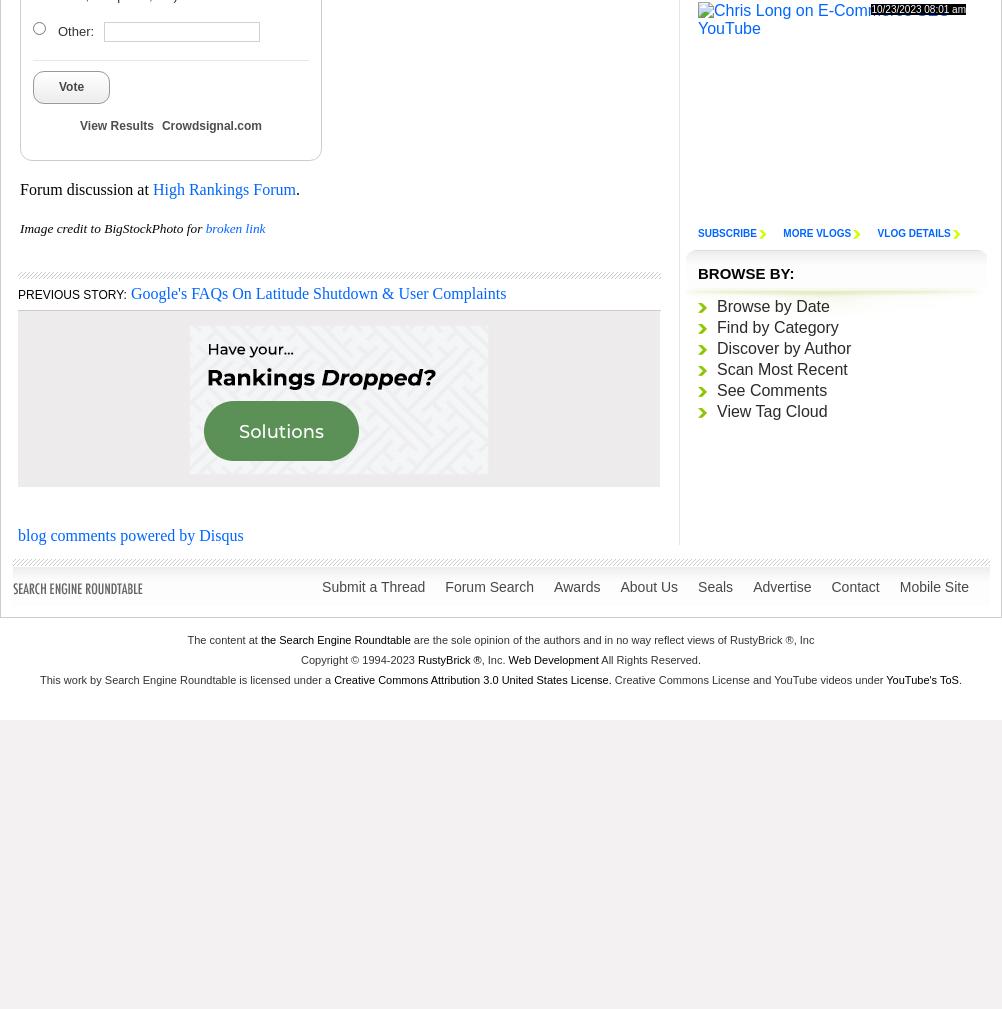  What do you see at coordinates (471, 678) in the screenshot?
I see `'Creative Commons Attribution 3.0 United States License.'` at bounding box center [471, 678].